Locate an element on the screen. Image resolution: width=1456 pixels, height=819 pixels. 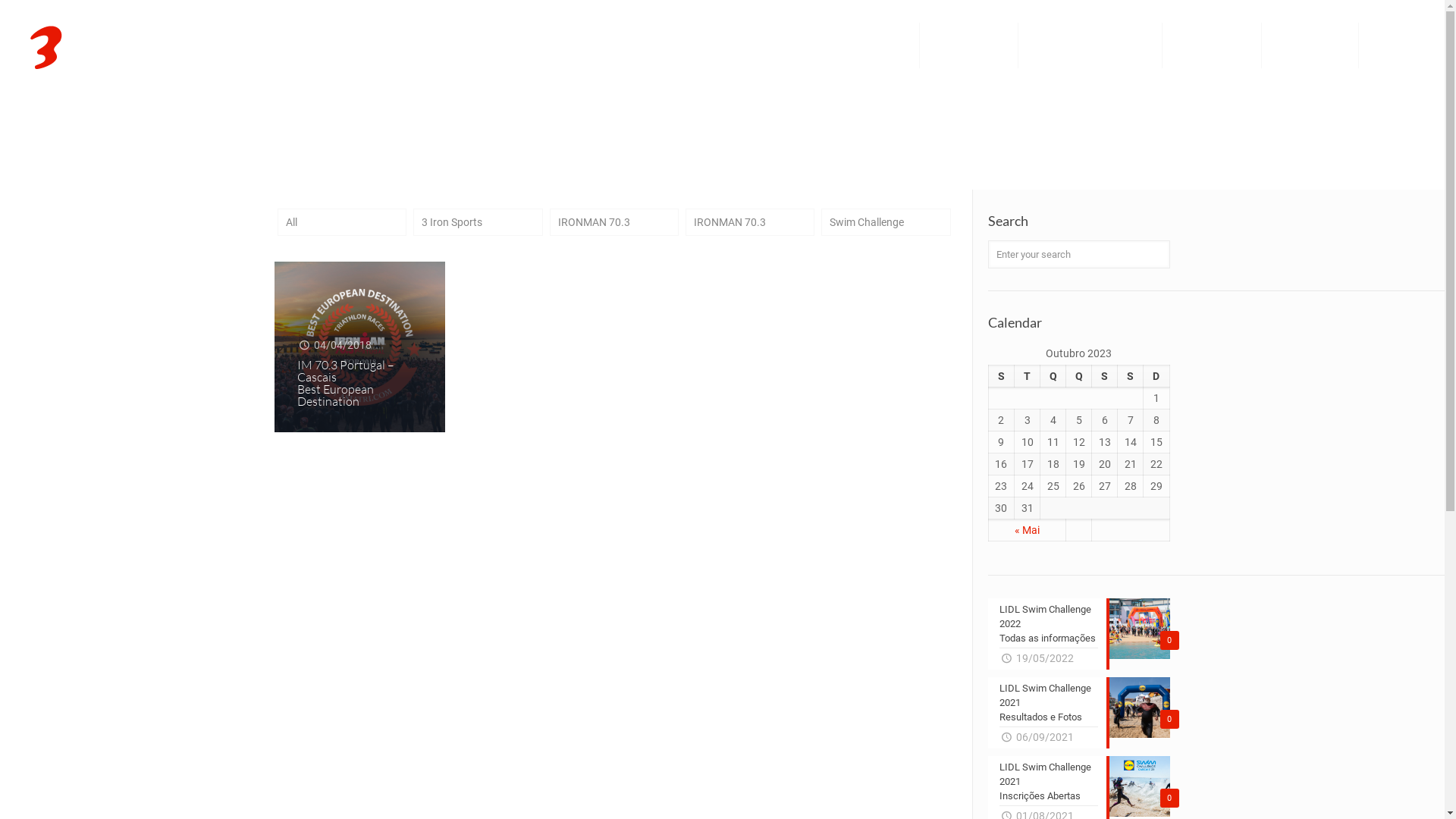
'STAND UP PADDLE' is located at coordinates (1211, 45).